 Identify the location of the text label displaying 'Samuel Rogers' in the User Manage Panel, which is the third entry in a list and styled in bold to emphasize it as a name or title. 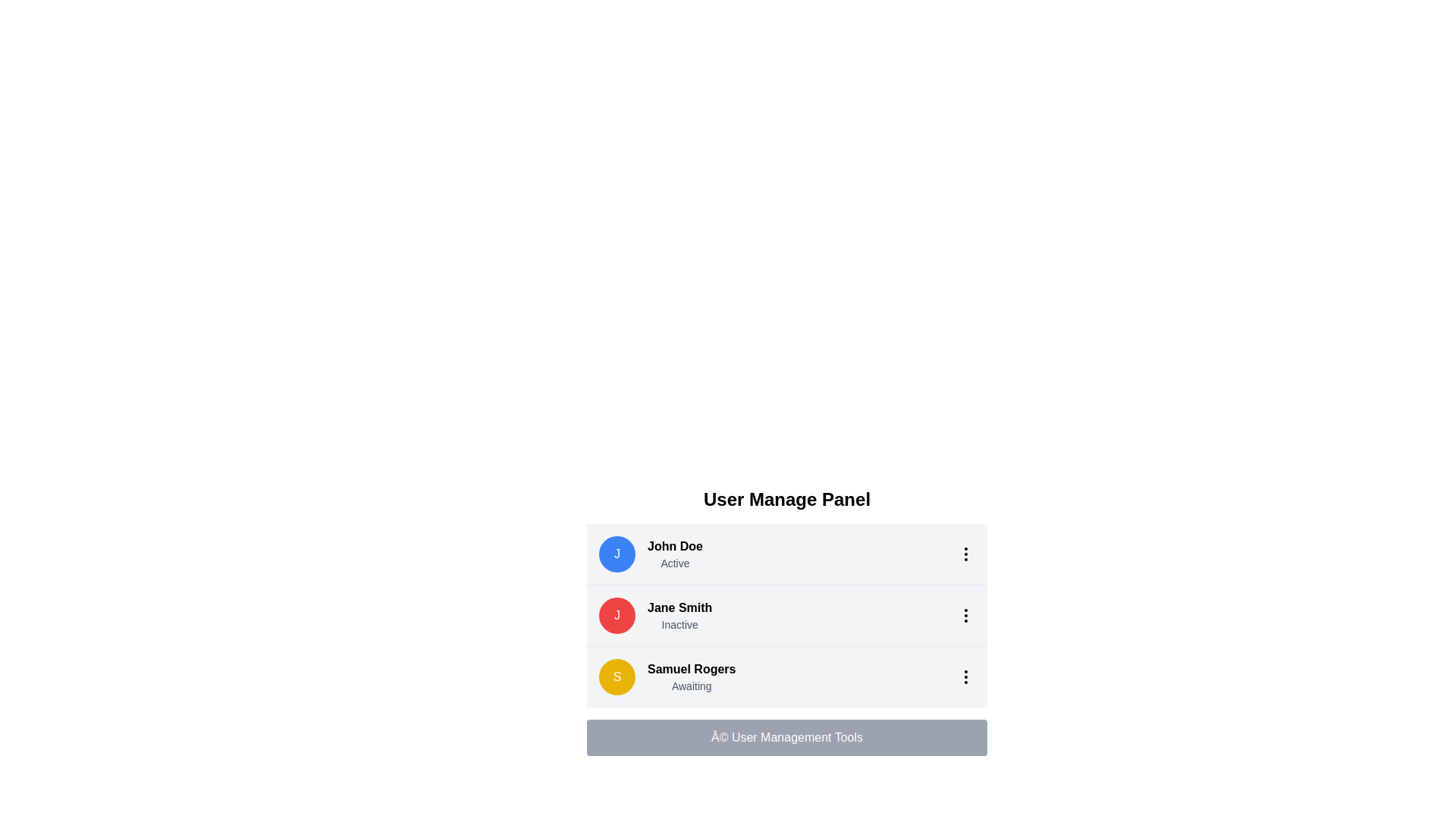
(691, 669).